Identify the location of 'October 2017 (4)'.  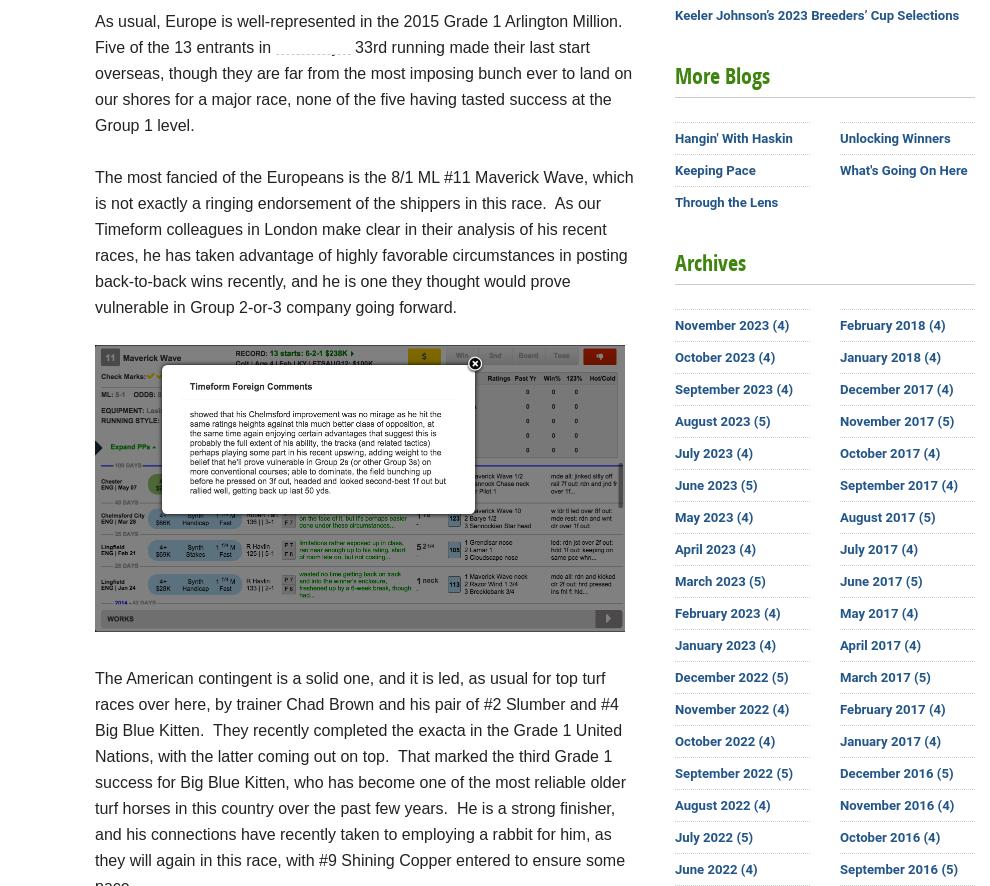
(839, 453).